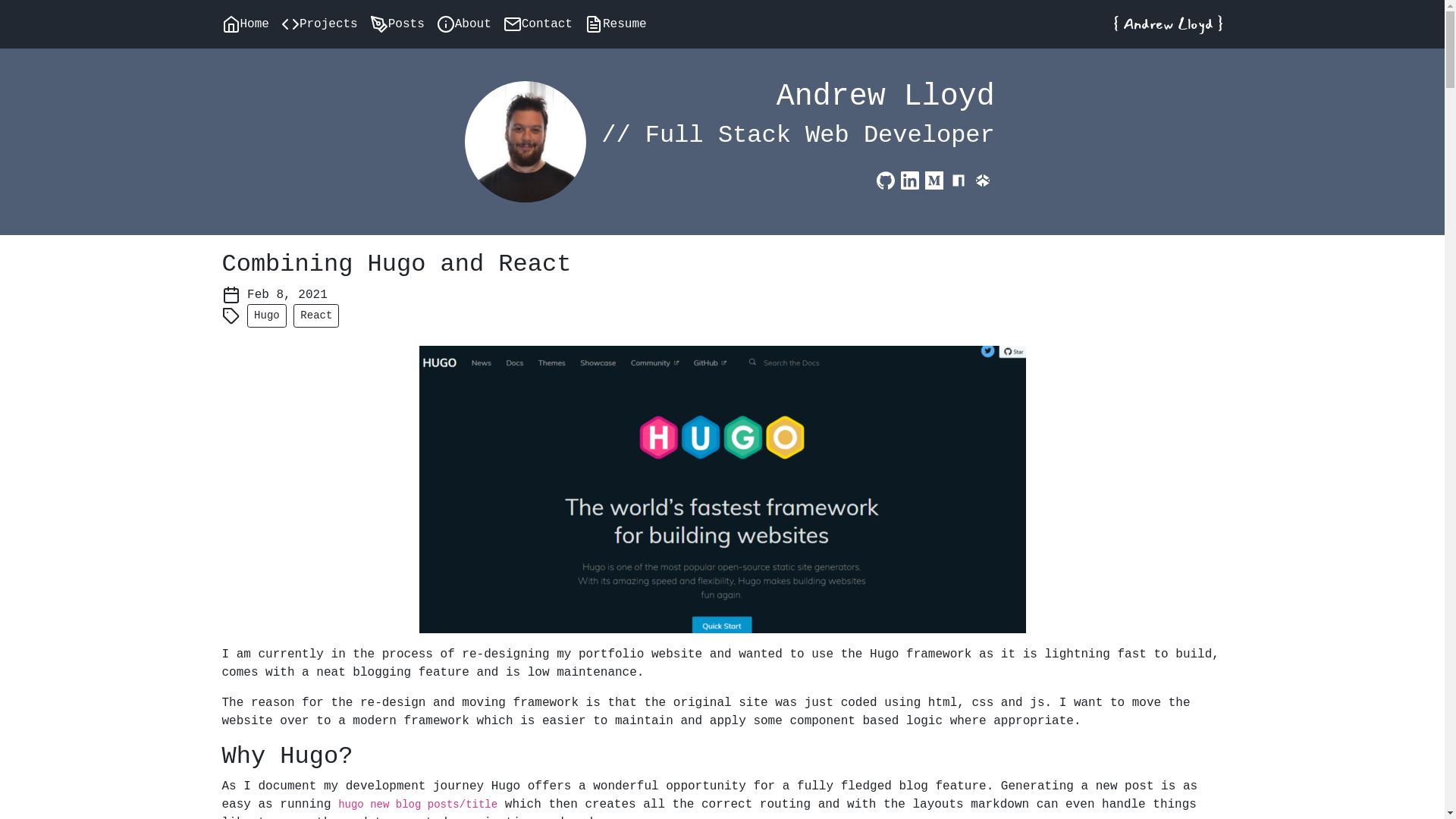  Describe the element at coordinates (247, 315) in the screenshot. I see `'Hugo'` at that location.